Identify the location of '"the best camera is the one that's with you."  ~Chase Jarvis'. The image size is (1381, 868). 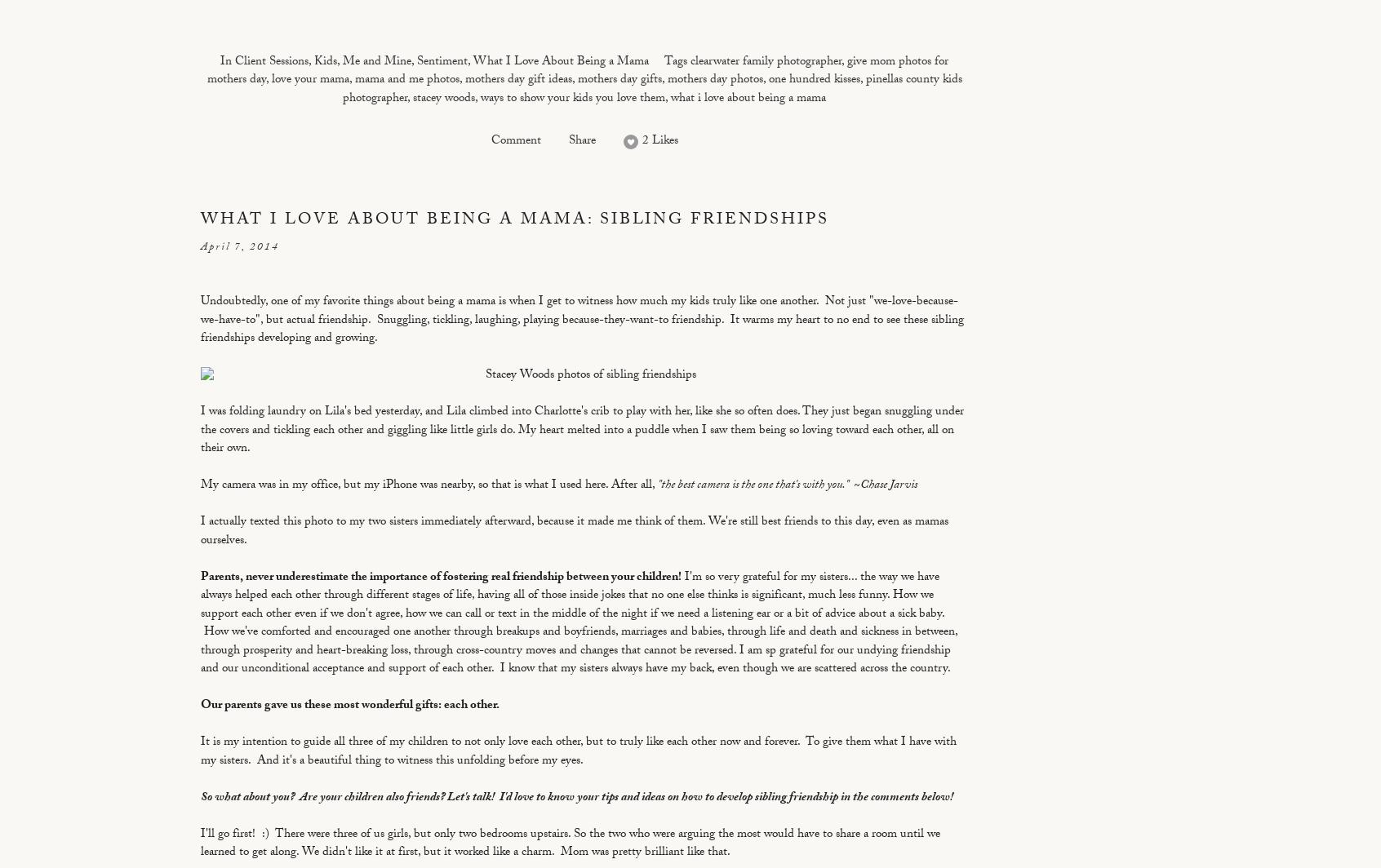
(787, 486).